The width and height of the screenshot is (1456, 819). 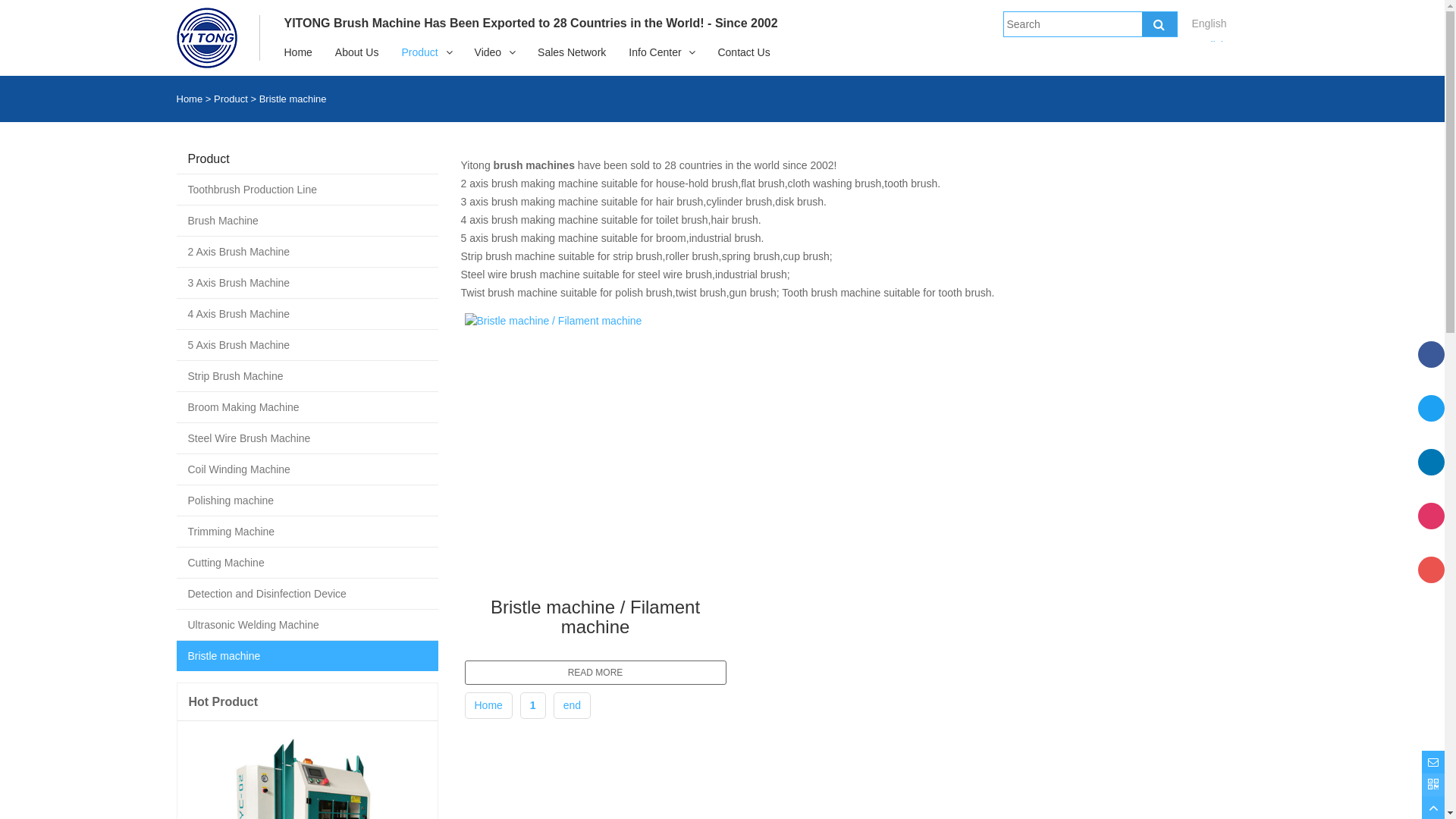 I want to click on '5 Axis Brush Machine', so click(x=306, y=345).